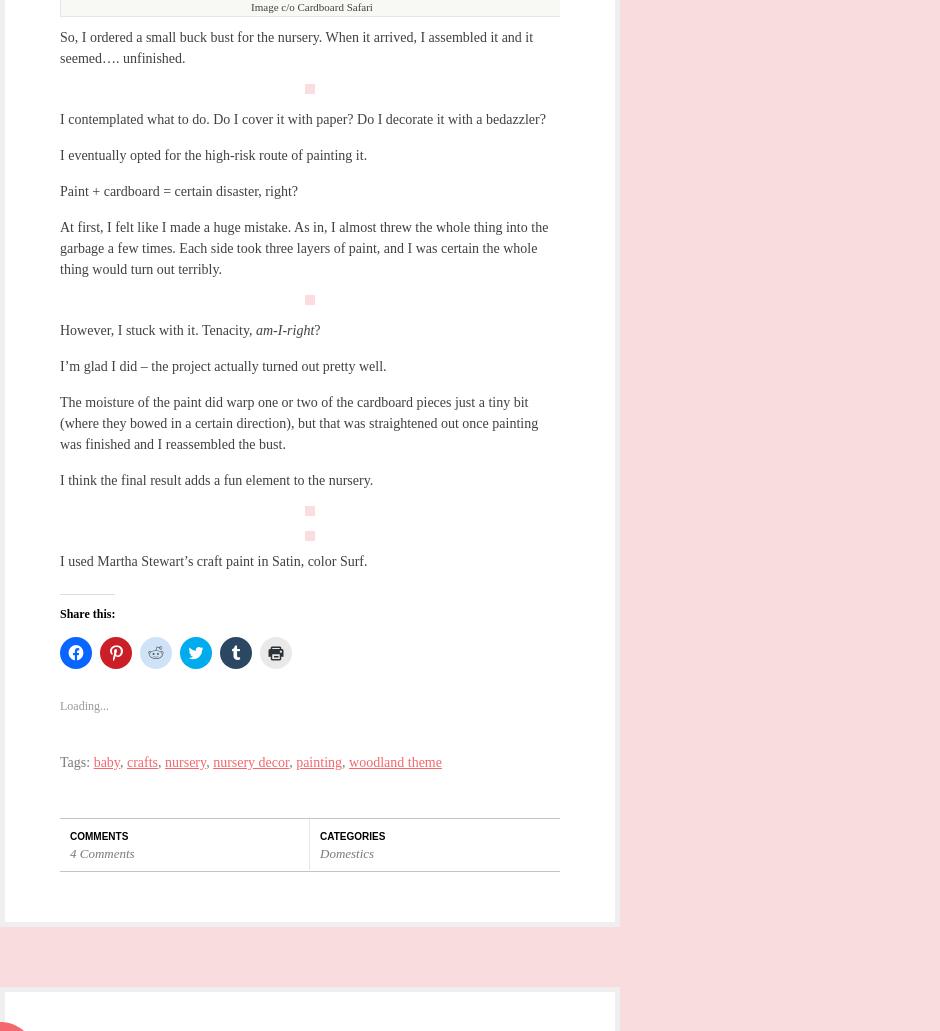  Describe the element at coordinates (212, 154) in the screenshot. I see `'I eventually opted for the high-risk route of painting it.'` at that location.